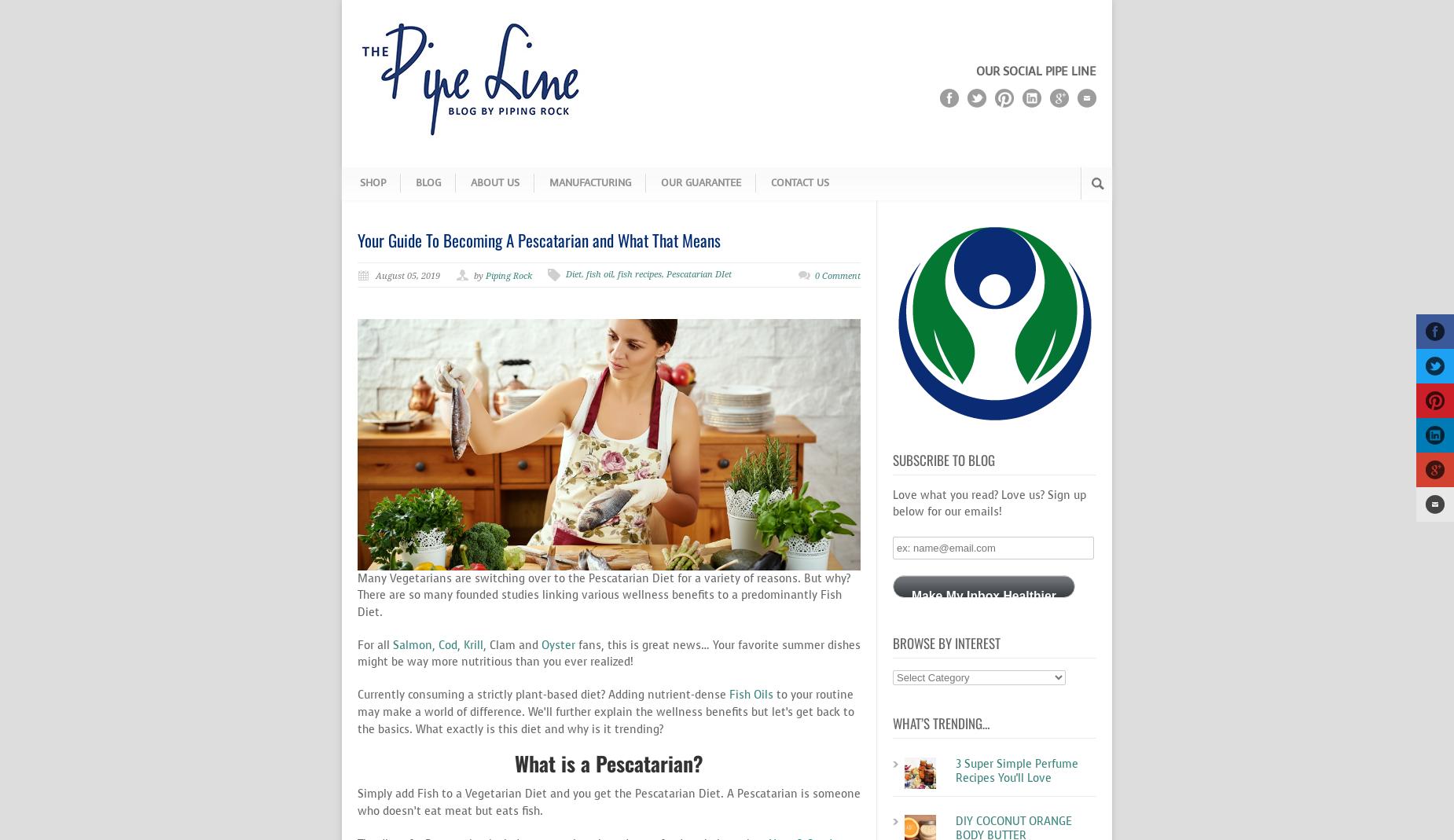  Describe the element at coordinates (988, 503) in the screenshot. I see `'Love what you read? Love us? Sign up below for our emails!'` at that location.